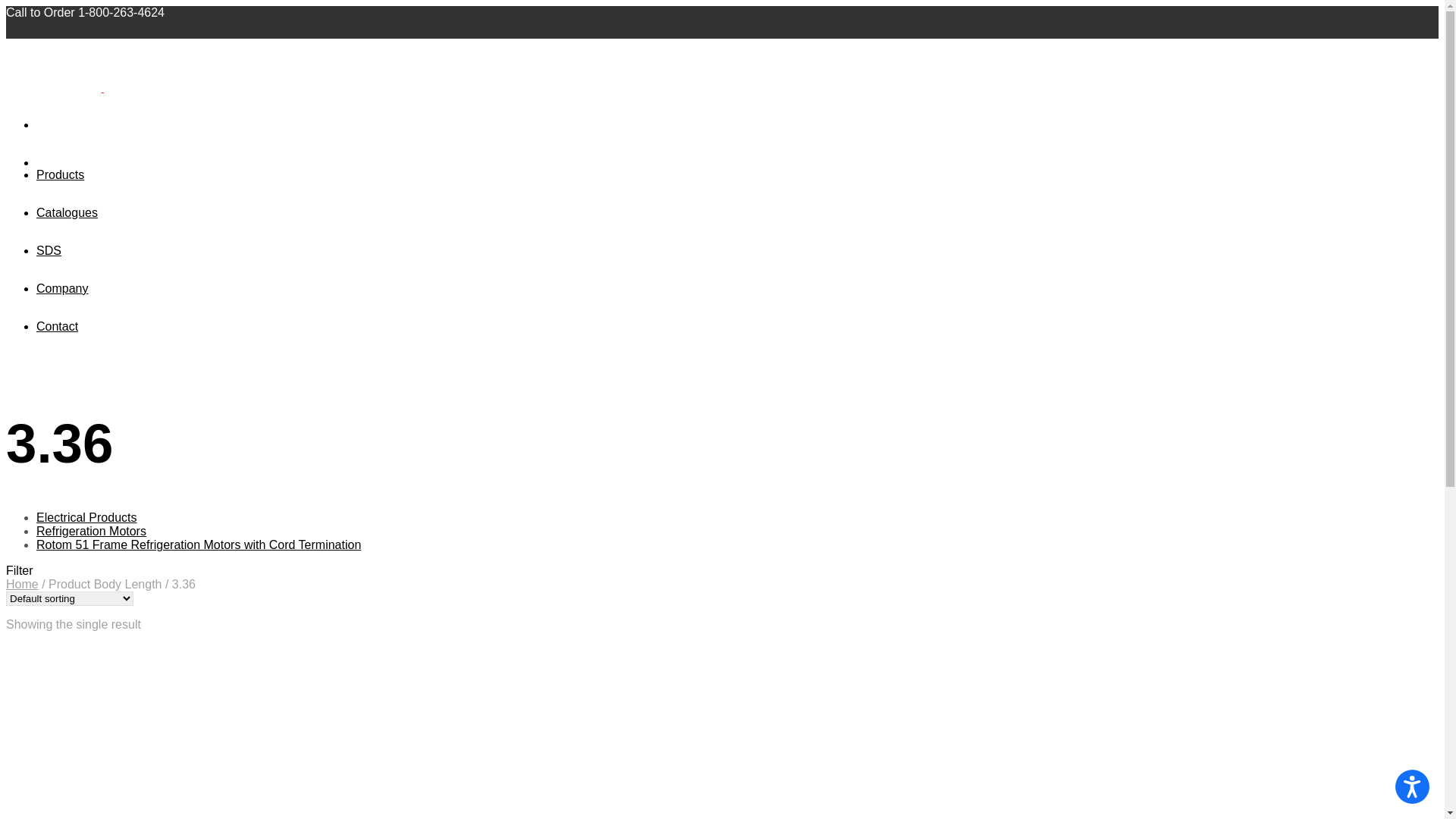 The width and height of the screenshot is (1456, 819). Describe the element at coordinates (90, 530) in the screenshot. I see `'Refrigeration Motors'` at that location.